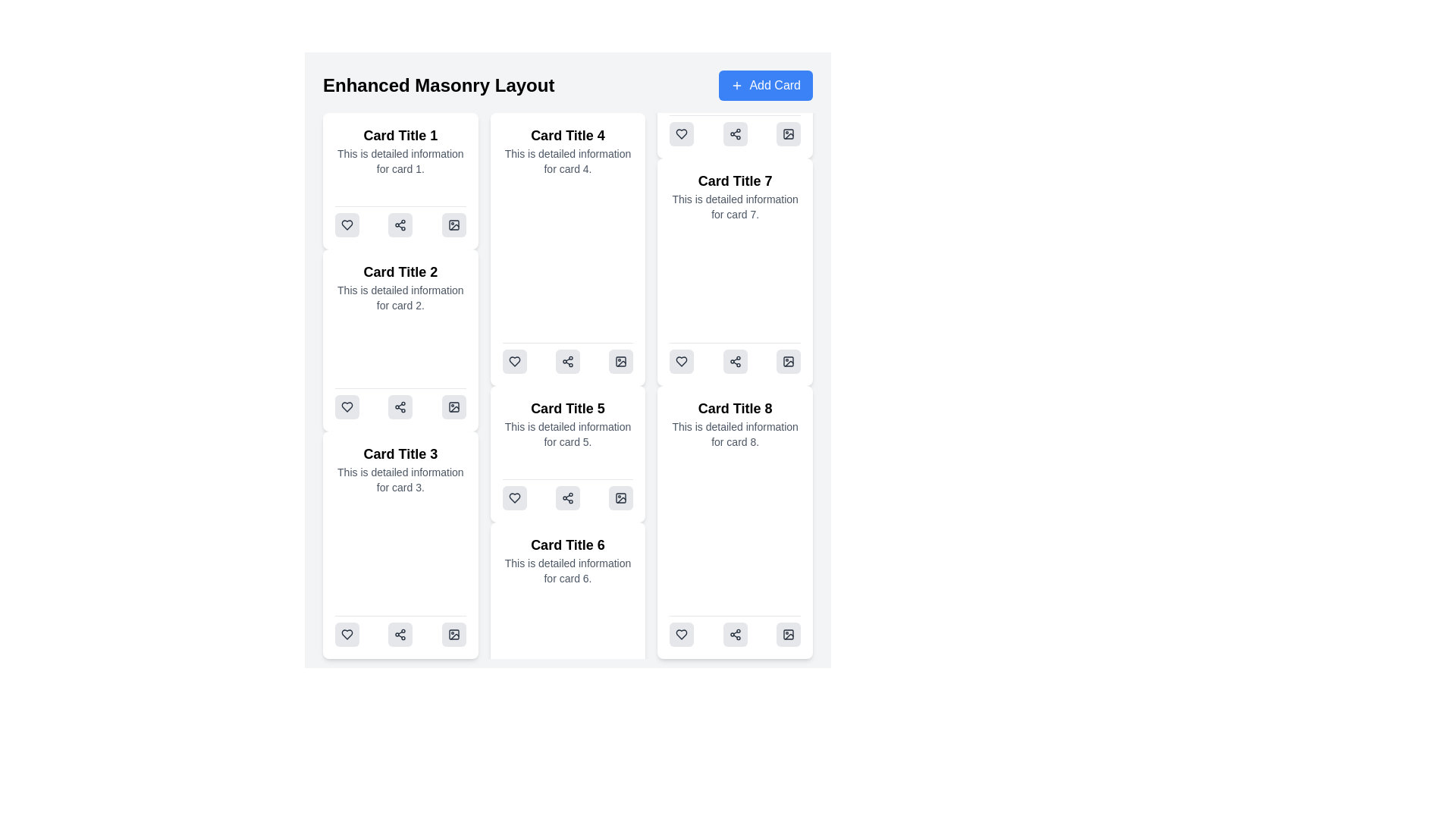 The height and width of the screenshot is (819, 1456). What do you see at coordinates (566, 408) in the screenshot?
I see `the title text of the card located in the second column of the masonry grid layout, specifically the second item from the top` at bounding box center [566, 408].